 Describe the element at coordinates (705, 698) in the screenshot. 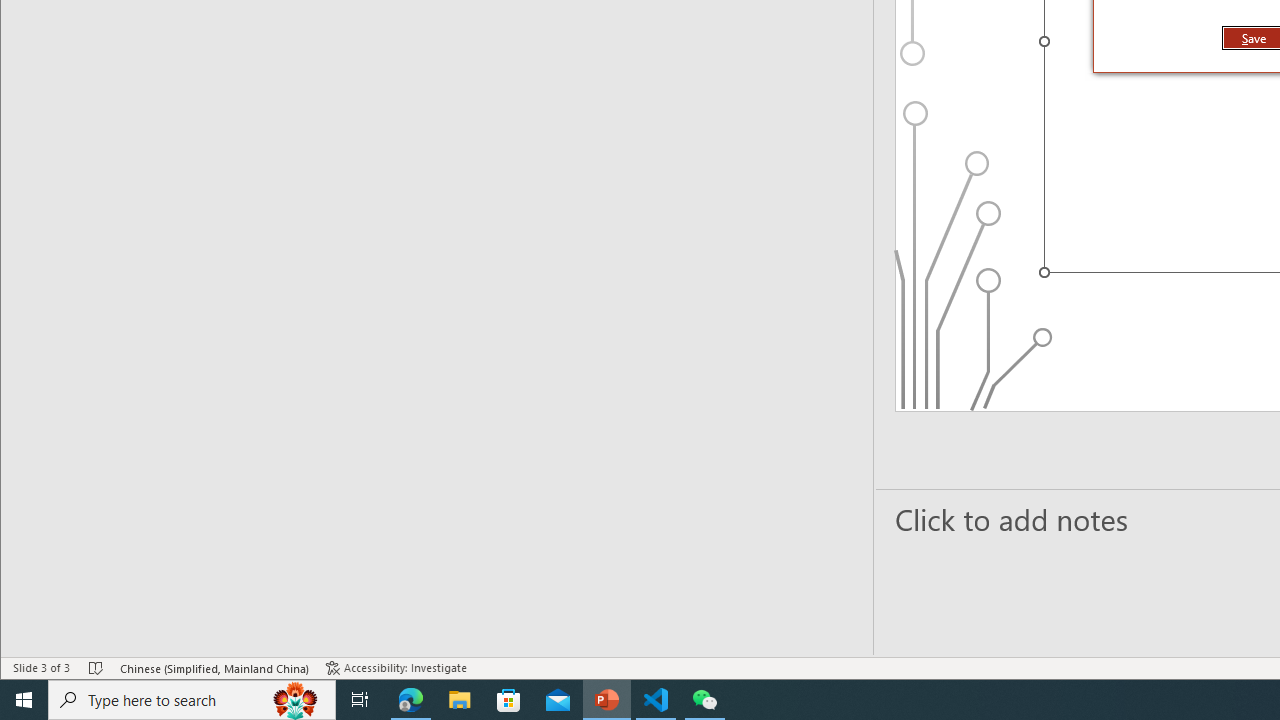

I see `'WeChat - 1 running window'` at that location.